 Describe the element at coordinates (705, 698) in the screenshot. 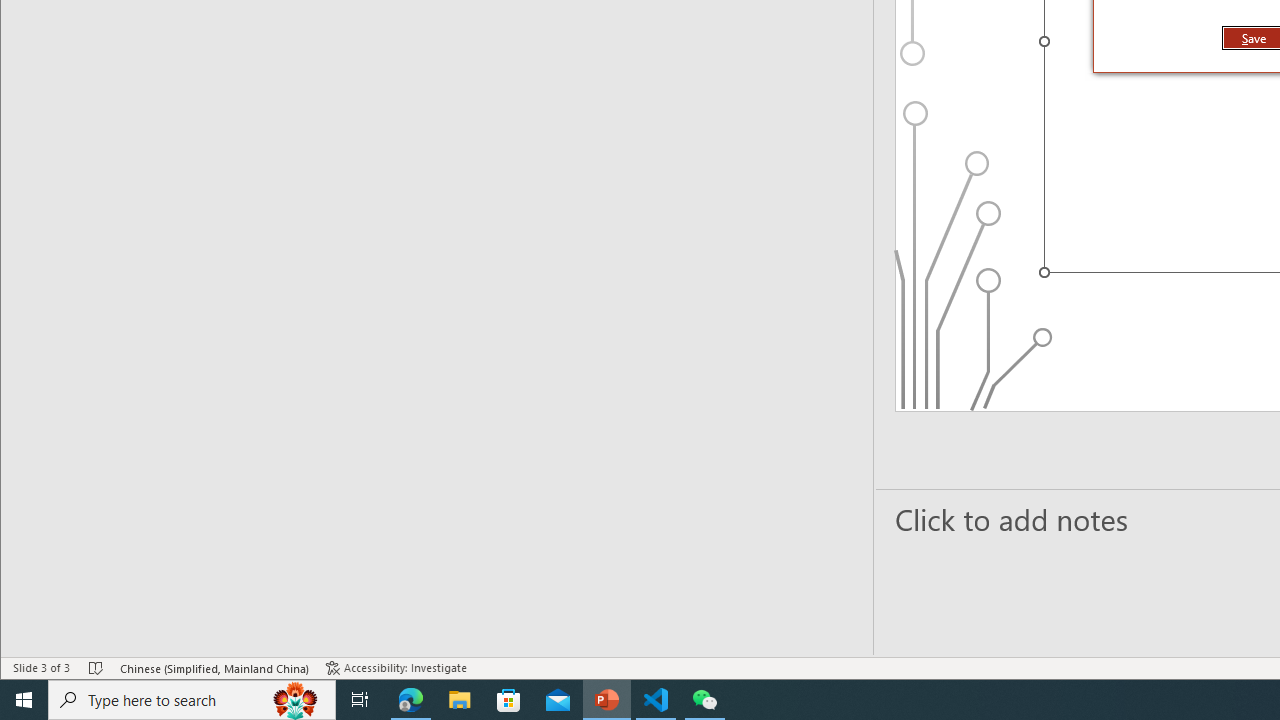

I see `'WeChat - 1 running window'` at that location.